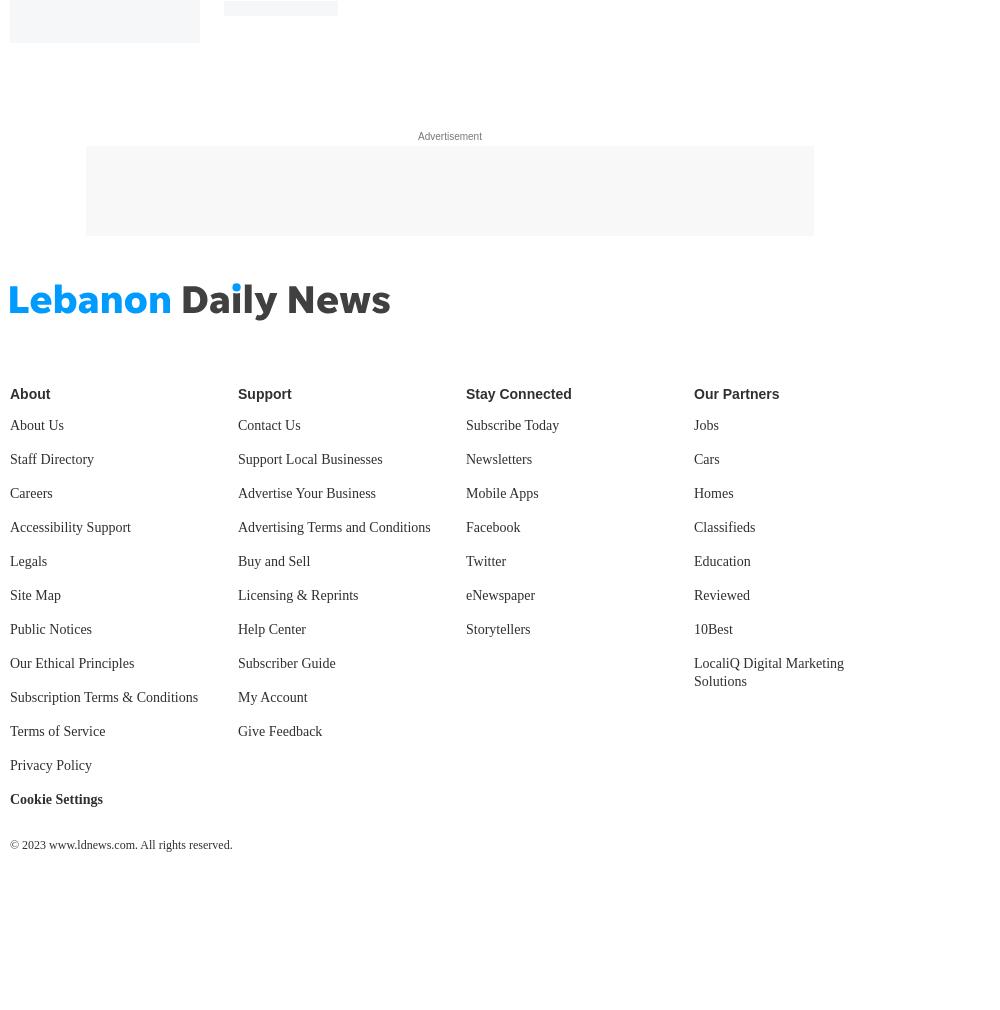  I want to click on 'Twitter', so click(485, 559).